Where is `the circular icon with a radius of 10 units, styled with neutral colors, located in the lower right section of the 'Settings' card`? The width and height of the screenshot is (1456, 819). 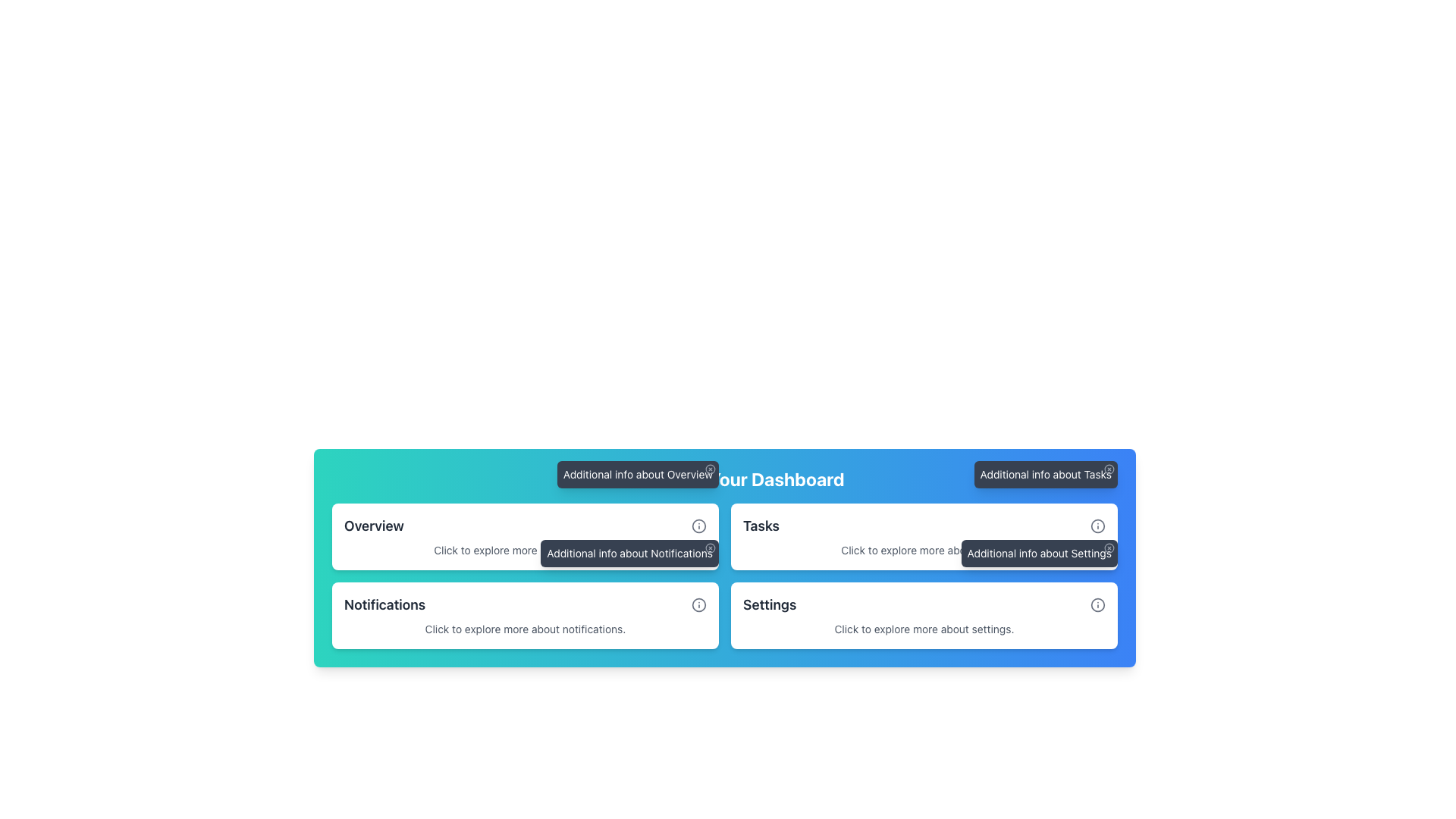 the circular icon with a radius of 10 units, styled with neutral colors, located in the lower right section of the 'Settings' card is located at coordinates (1098, 604).